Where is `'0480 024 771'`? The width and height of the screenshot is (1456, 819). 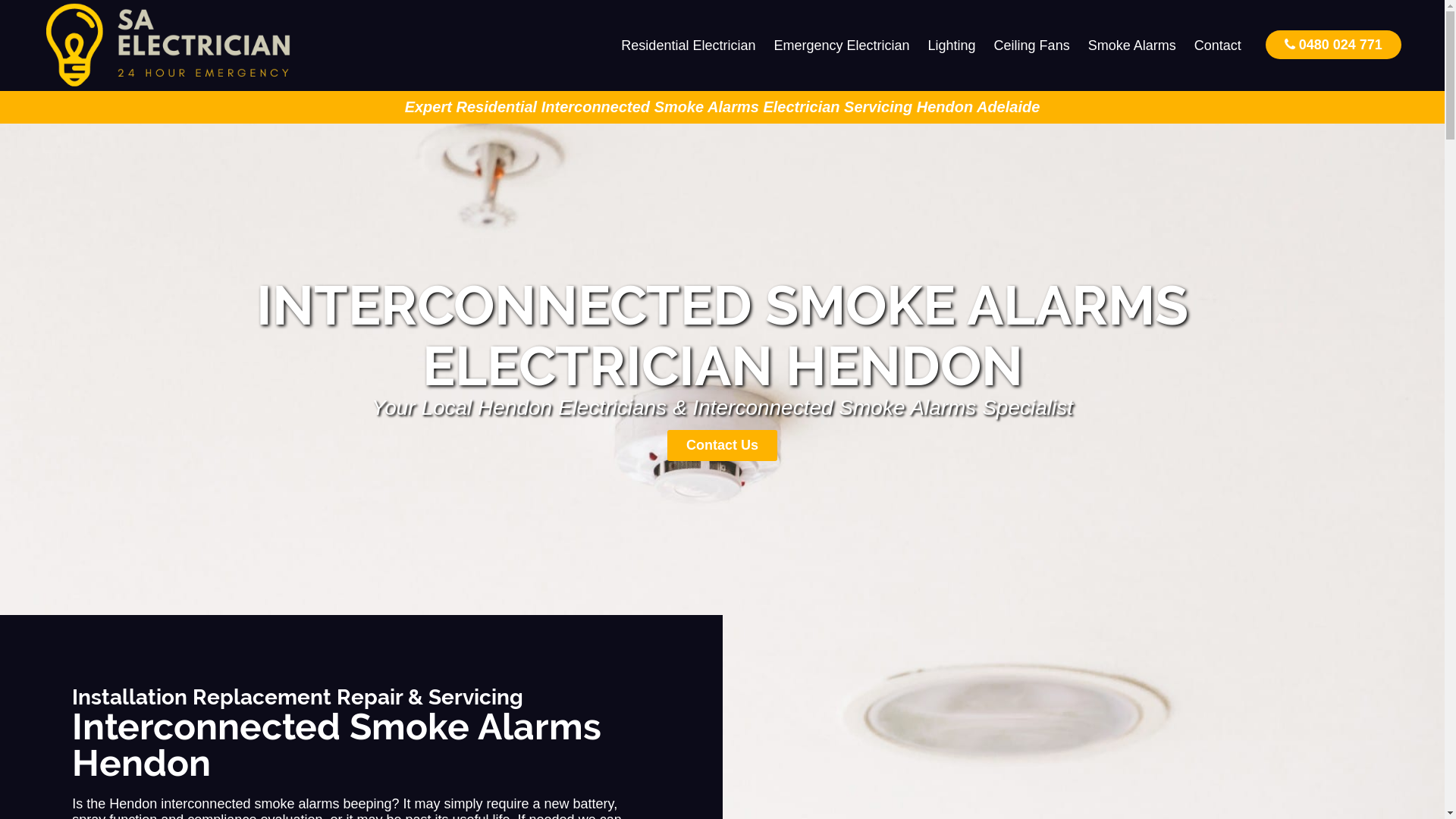 '0480 024 771' is located at coordinates (1266, 43).